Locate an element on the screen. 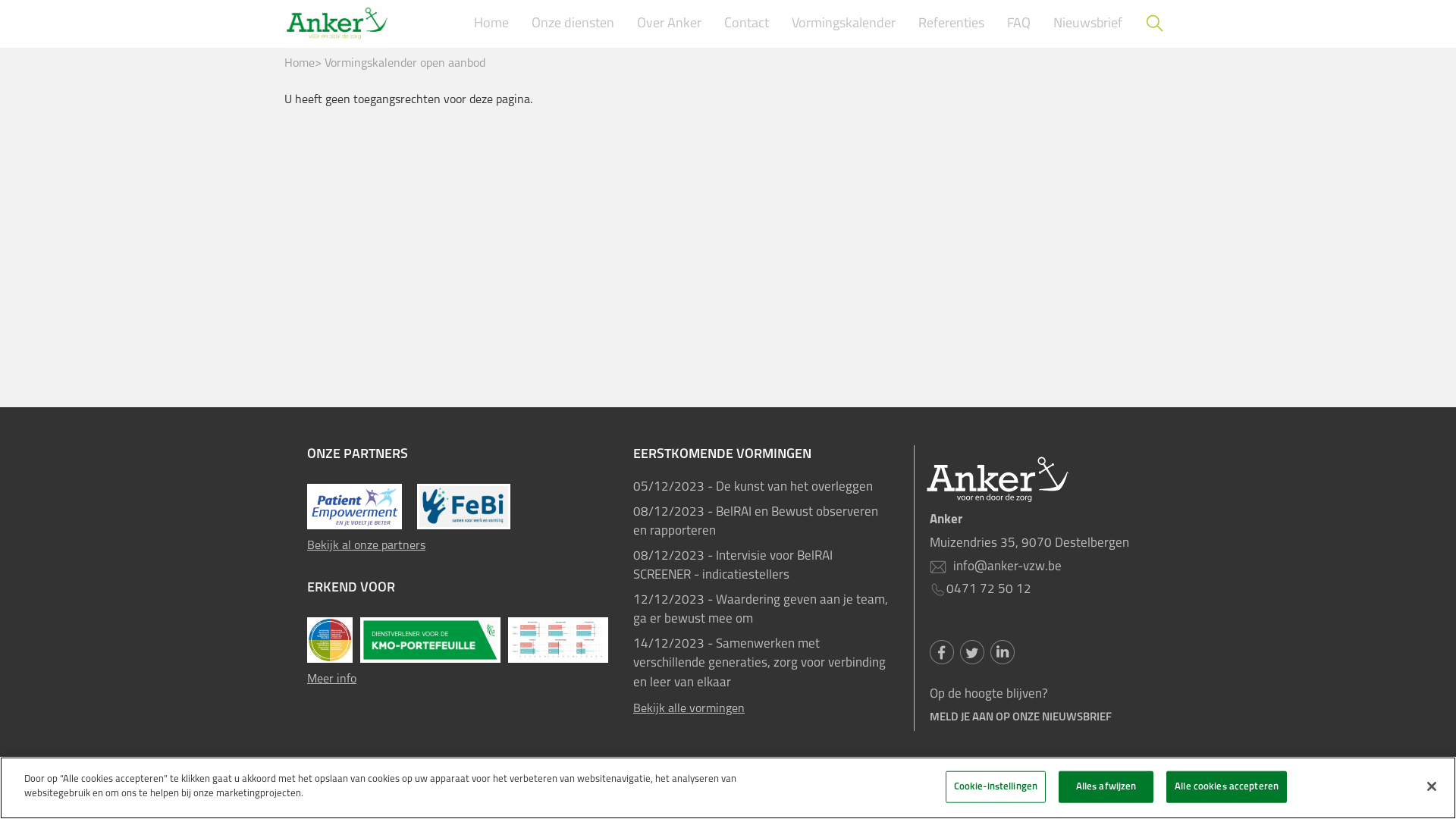  'Contact' is located at coordinates (746, 24).